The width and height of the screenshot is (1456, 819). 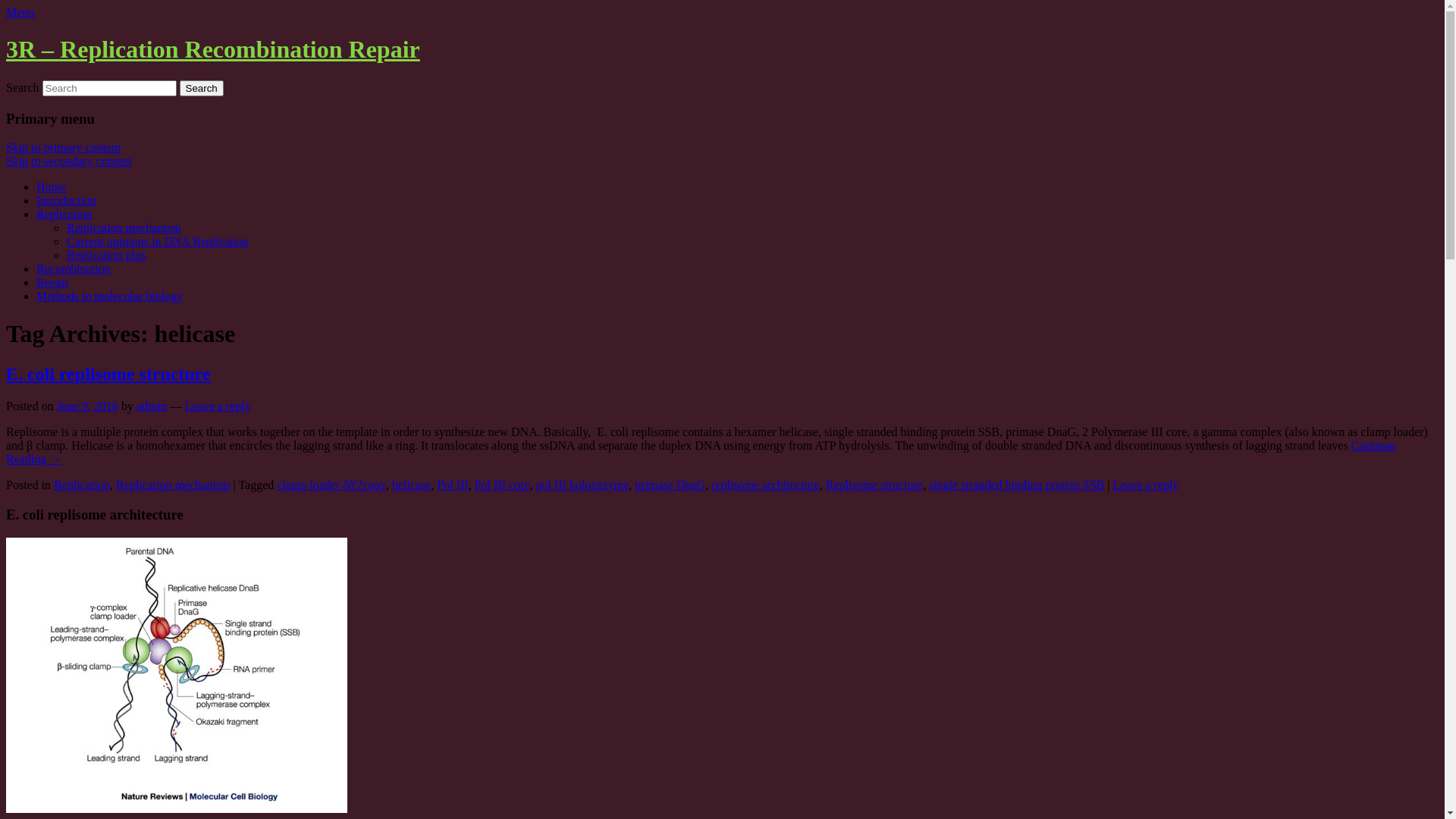 What do you see at coordinates (874, 485) in the screenshot?
I see `'Replisome structure'` at bounding box center [874, 485].